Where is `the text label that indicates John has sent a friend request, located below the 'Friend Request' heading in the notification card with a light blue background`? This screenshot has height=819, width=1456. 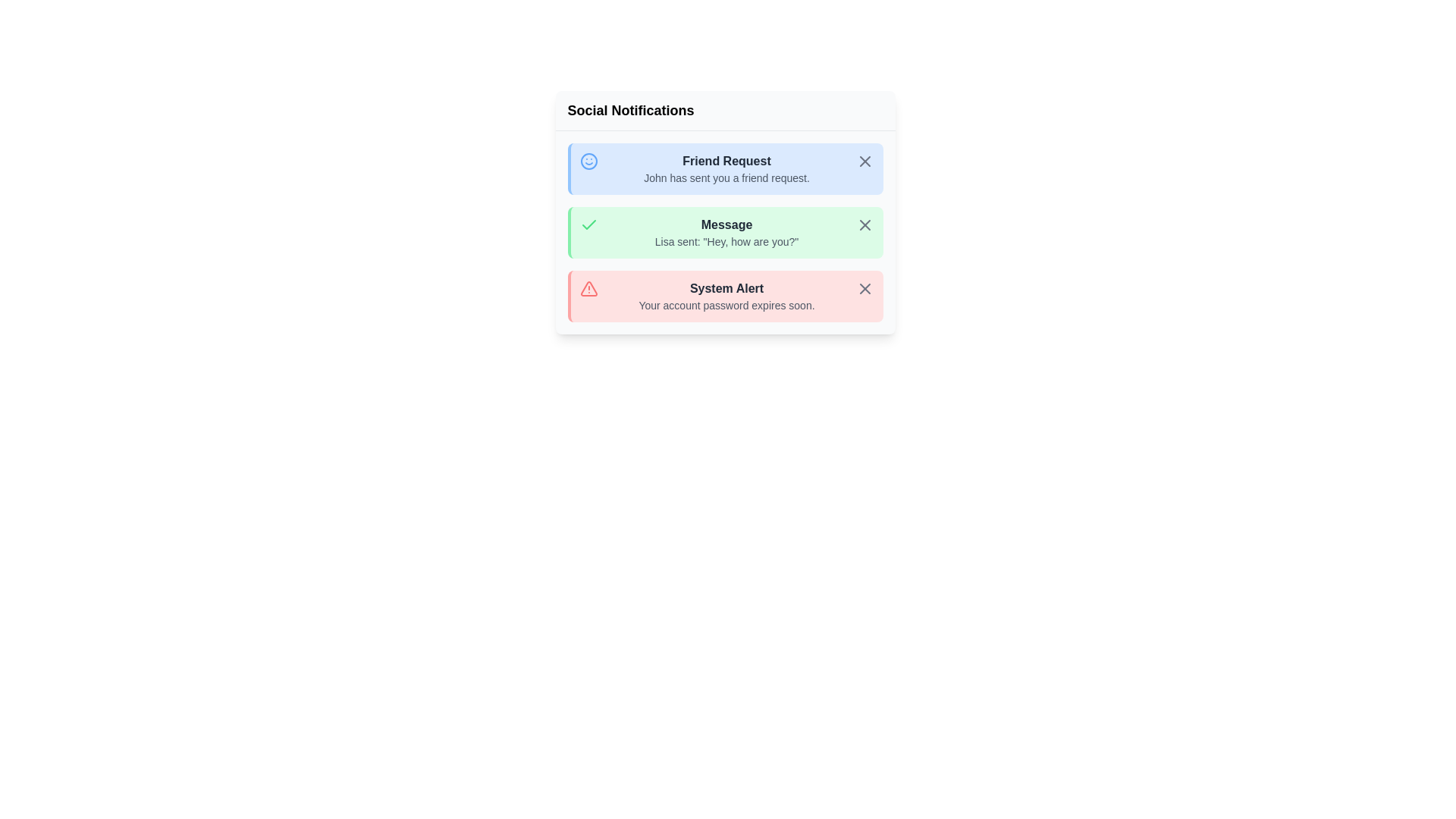
the text label that indicates John has sent a friend request, located below the 'Friend Request' heading in the notification card with a light blue background is located at coordinates (726, 177).